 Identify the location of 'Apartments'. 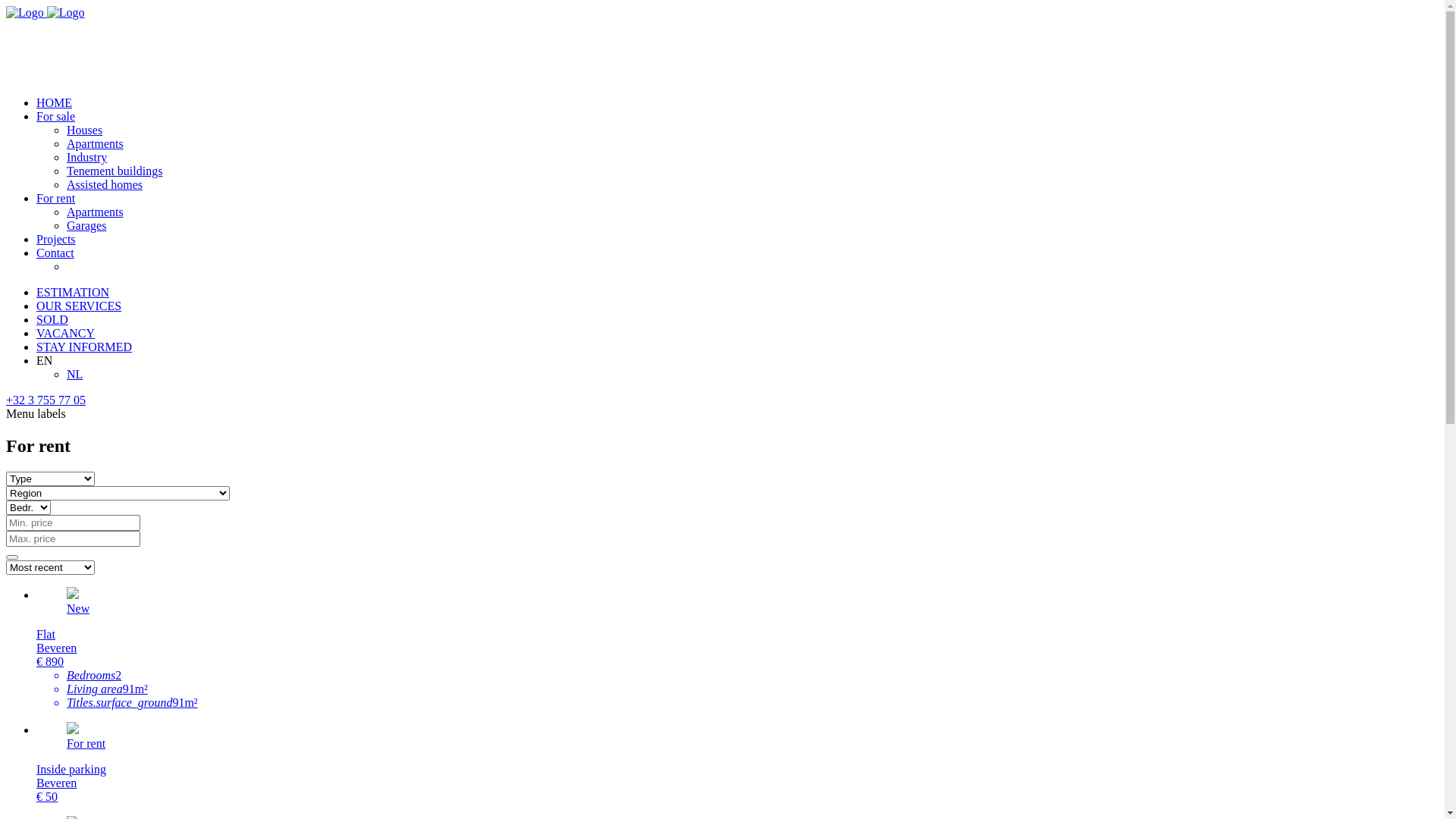
(65, 212).